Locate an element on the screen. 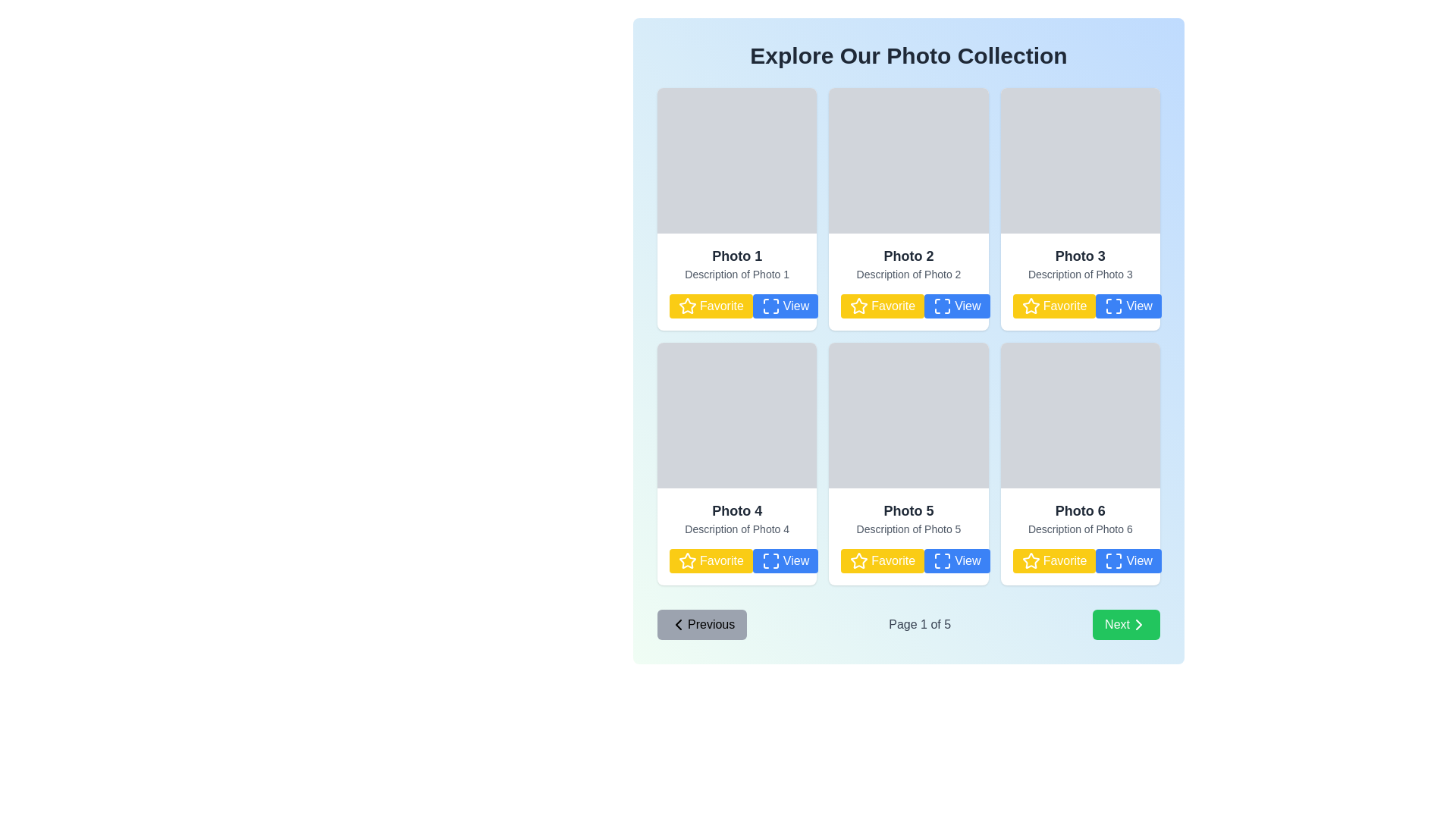 This screenshot has width=1456, height=819. the blue SVG maximizing icon located next to the 'View' text within the button in the second column of the first row of a 3x2 grid layout is located at coordinates (770, 306).